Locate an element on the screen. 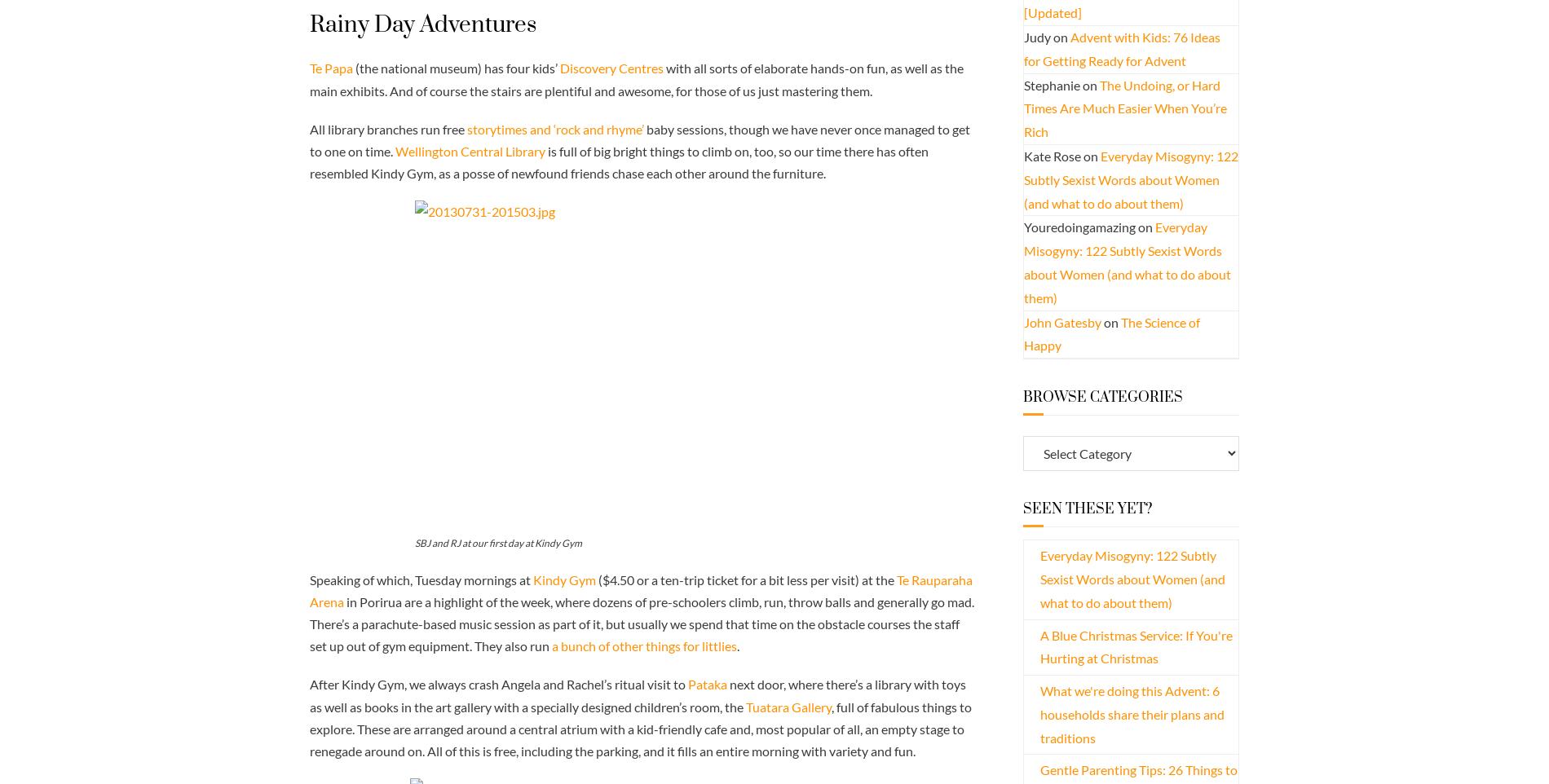 Image resolution: width=1549 pixels, height=784 pixels. 'After Kindy Gym, we always crash Angela and Rachel’s ritual visit to' is located at coordinates (498, 684).